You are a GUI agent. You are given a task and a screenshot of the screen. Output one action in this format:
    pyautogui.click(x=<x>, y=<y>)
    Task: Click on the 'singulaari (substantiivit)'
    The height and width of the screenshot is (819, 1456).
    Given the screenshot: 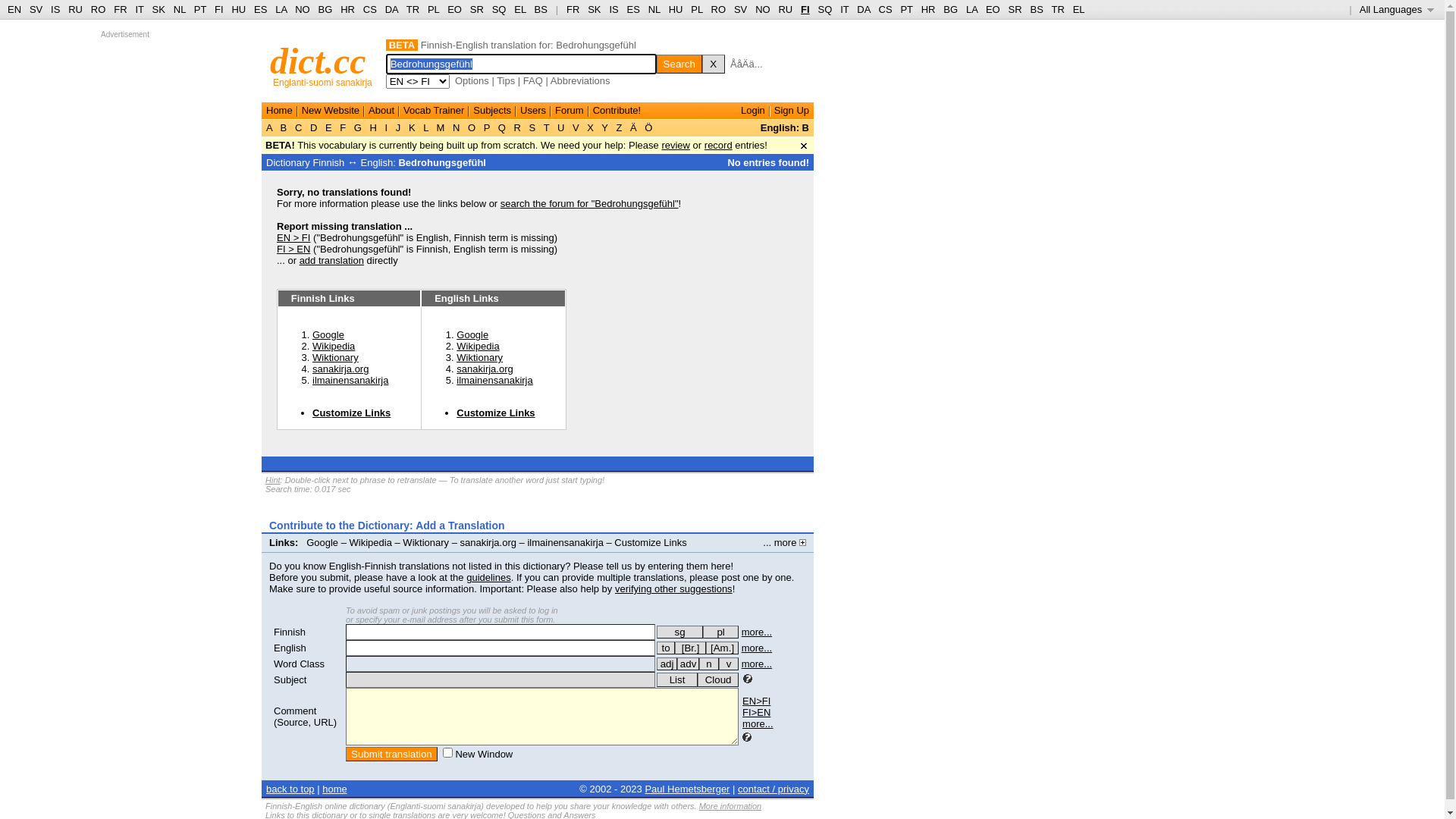 What is the action you would take?
    pyautogui.click(x=679, y=632)
    